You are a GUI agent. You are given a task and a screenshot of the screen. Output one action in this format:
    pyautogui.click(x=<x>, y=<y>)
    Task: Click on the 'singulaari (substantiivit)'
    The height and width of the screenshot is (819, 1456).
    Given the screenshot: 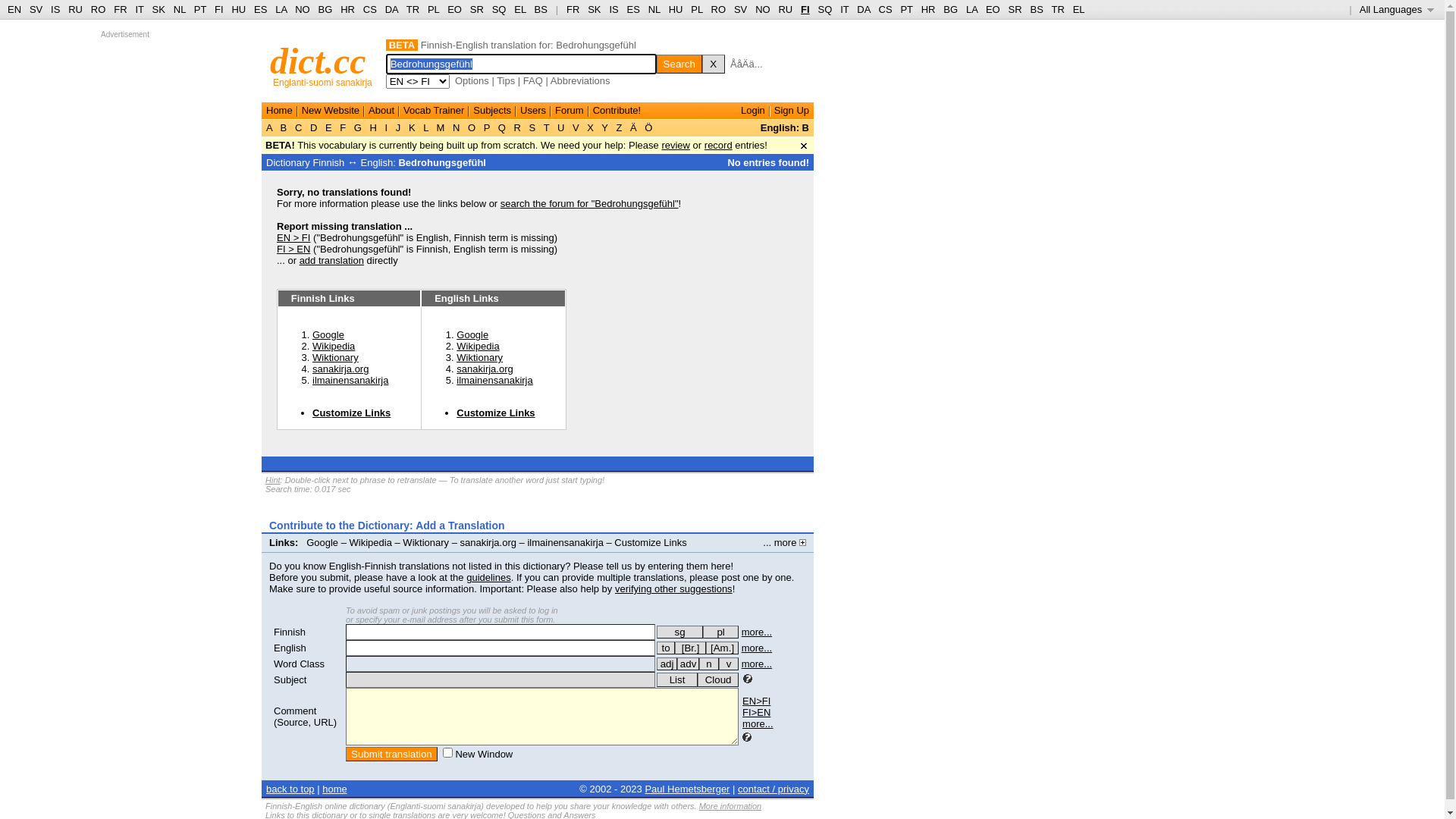 What is the action you would take?
    pyautogui.click(x=679, y=632)
    